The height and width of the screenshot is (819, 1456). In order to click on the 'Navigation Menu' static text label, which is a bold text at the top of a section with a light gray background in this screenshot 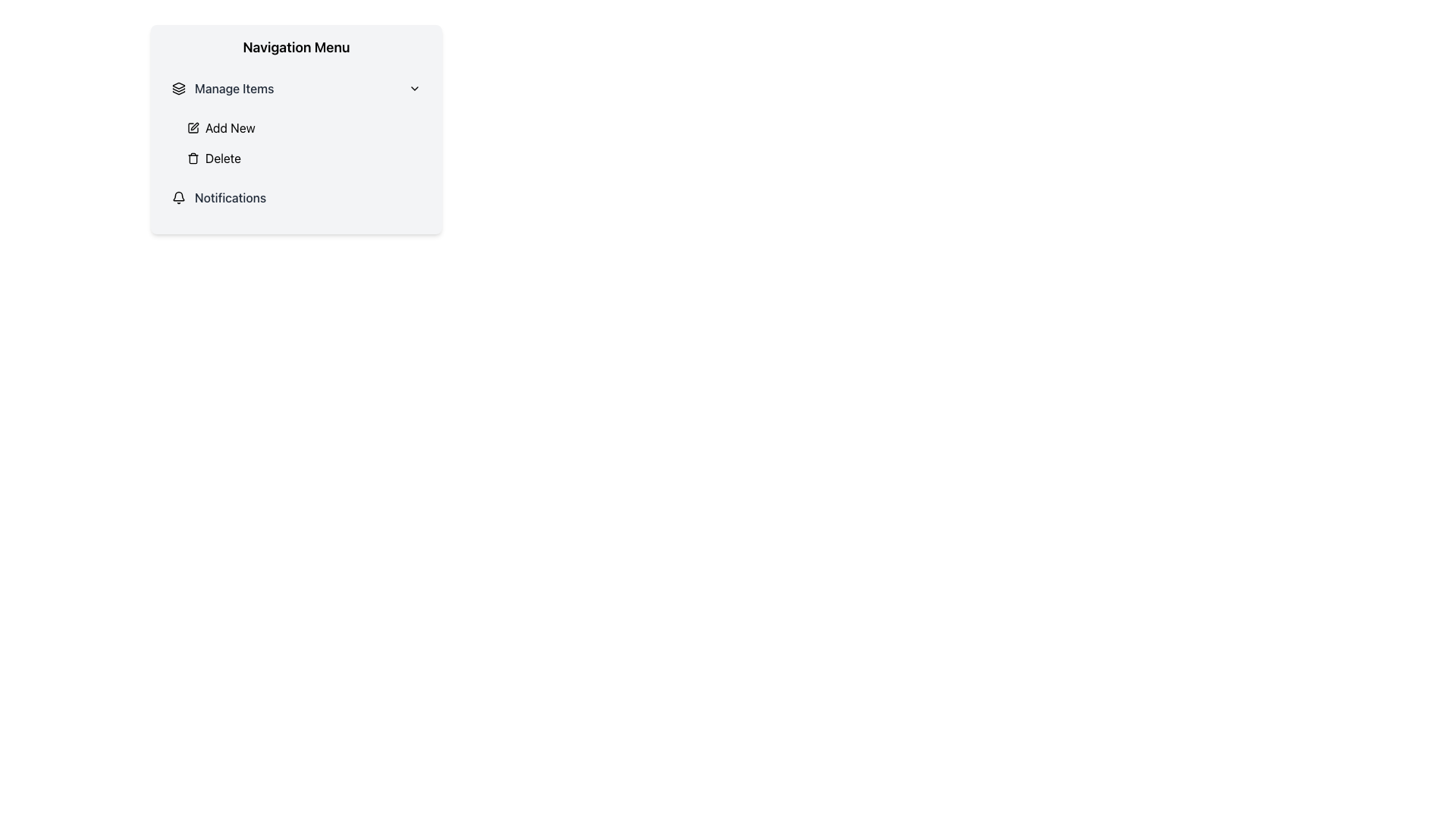, I will do `click(296, 46)`.